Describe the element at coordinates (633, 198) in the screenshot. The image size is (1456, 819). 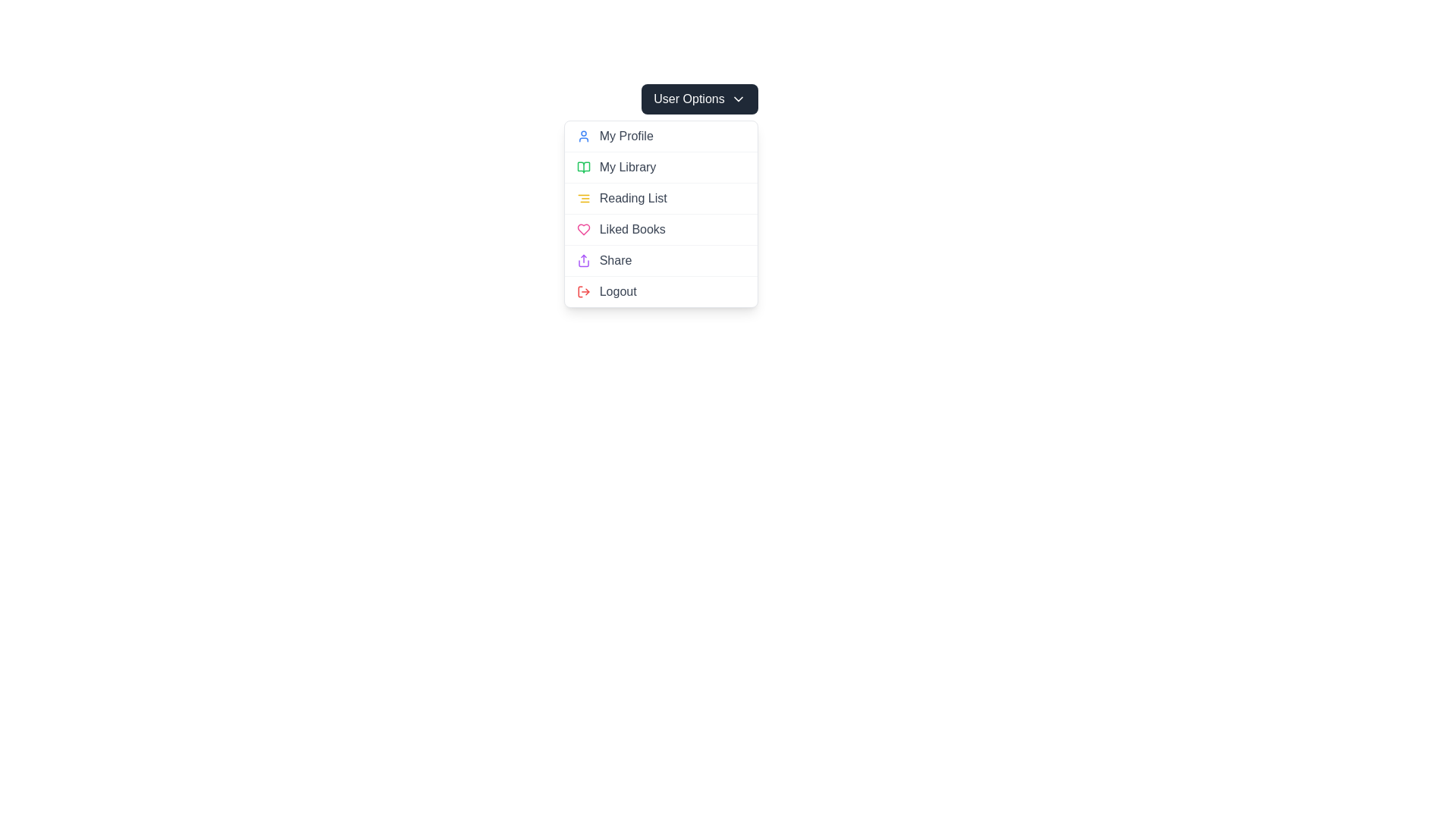
I see `the 'Reading List' text label in the dropdown menu` at that location.